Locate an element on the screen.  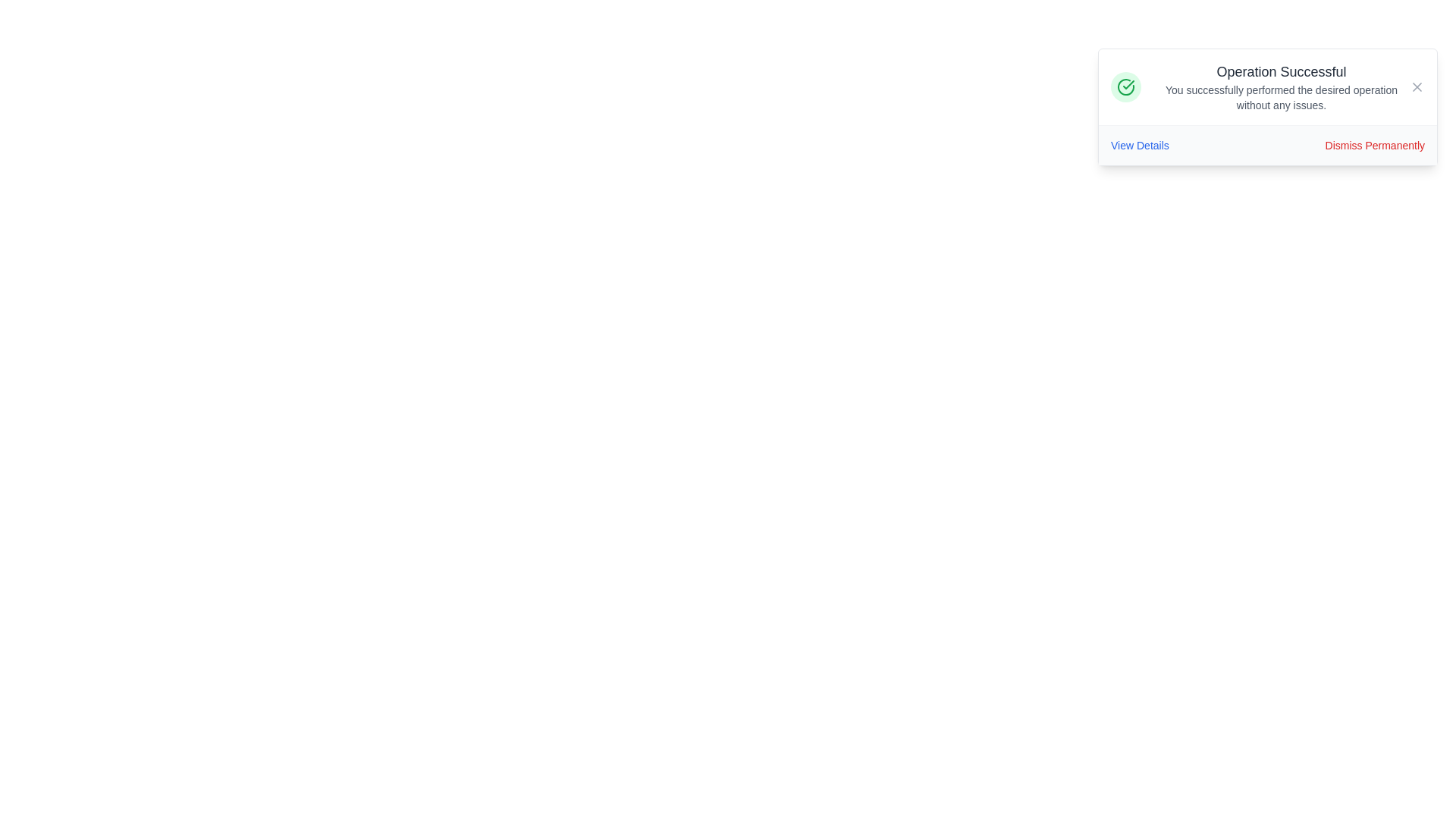
the small gray close button icon located on the far-right side of the notification panel to visualize any visual state changes is located at coordinates (1416, 87).